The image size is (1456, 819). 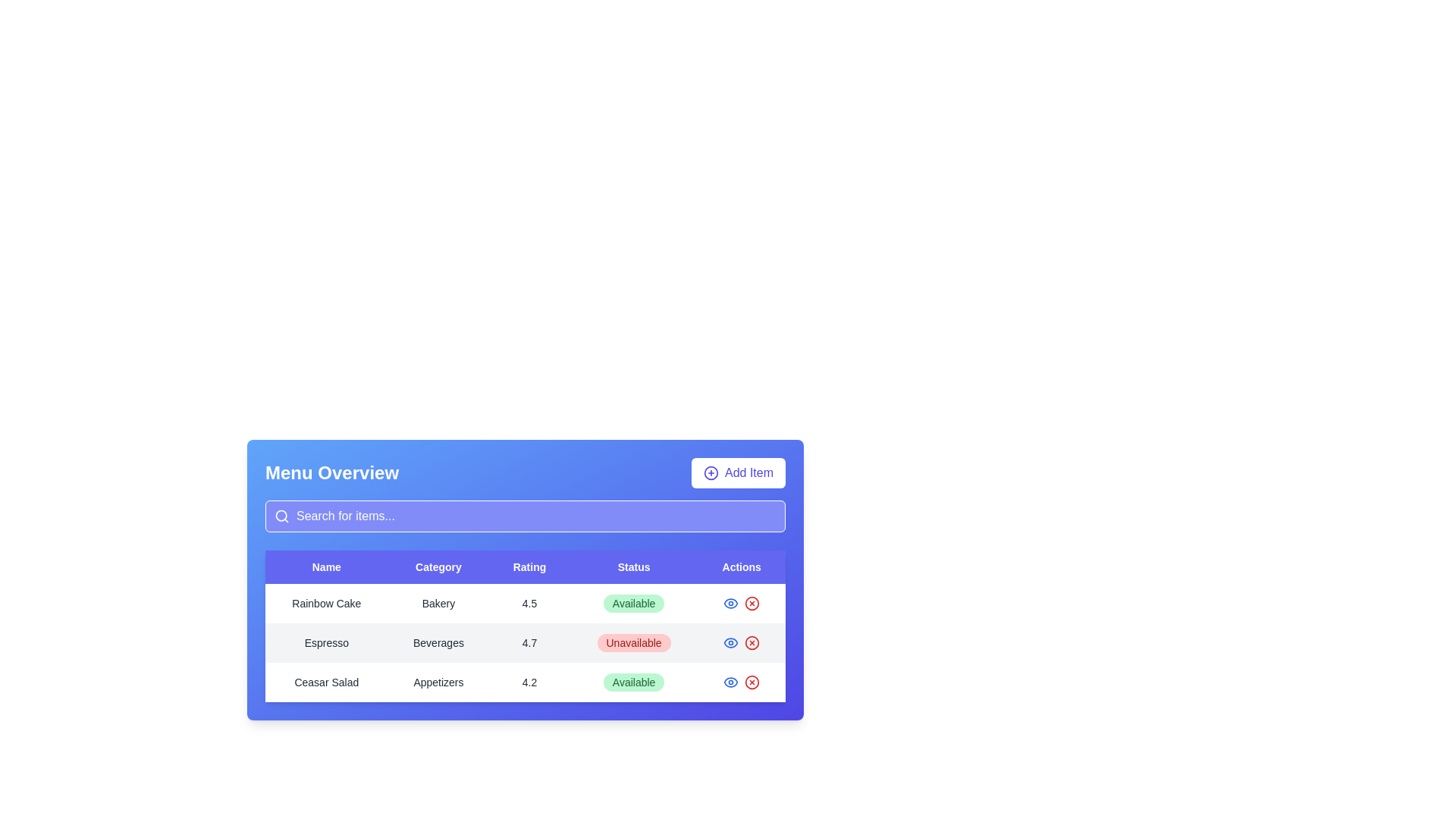 What do you see at coordinates (277, 516) in the screenshot?
I see `the search icon located to the left of the input field with the placeholder text 'Search for items...'. This icon serves as a visual indicator for the search functionality and may execute a search upon clicking` at bounding box center [277, 516].